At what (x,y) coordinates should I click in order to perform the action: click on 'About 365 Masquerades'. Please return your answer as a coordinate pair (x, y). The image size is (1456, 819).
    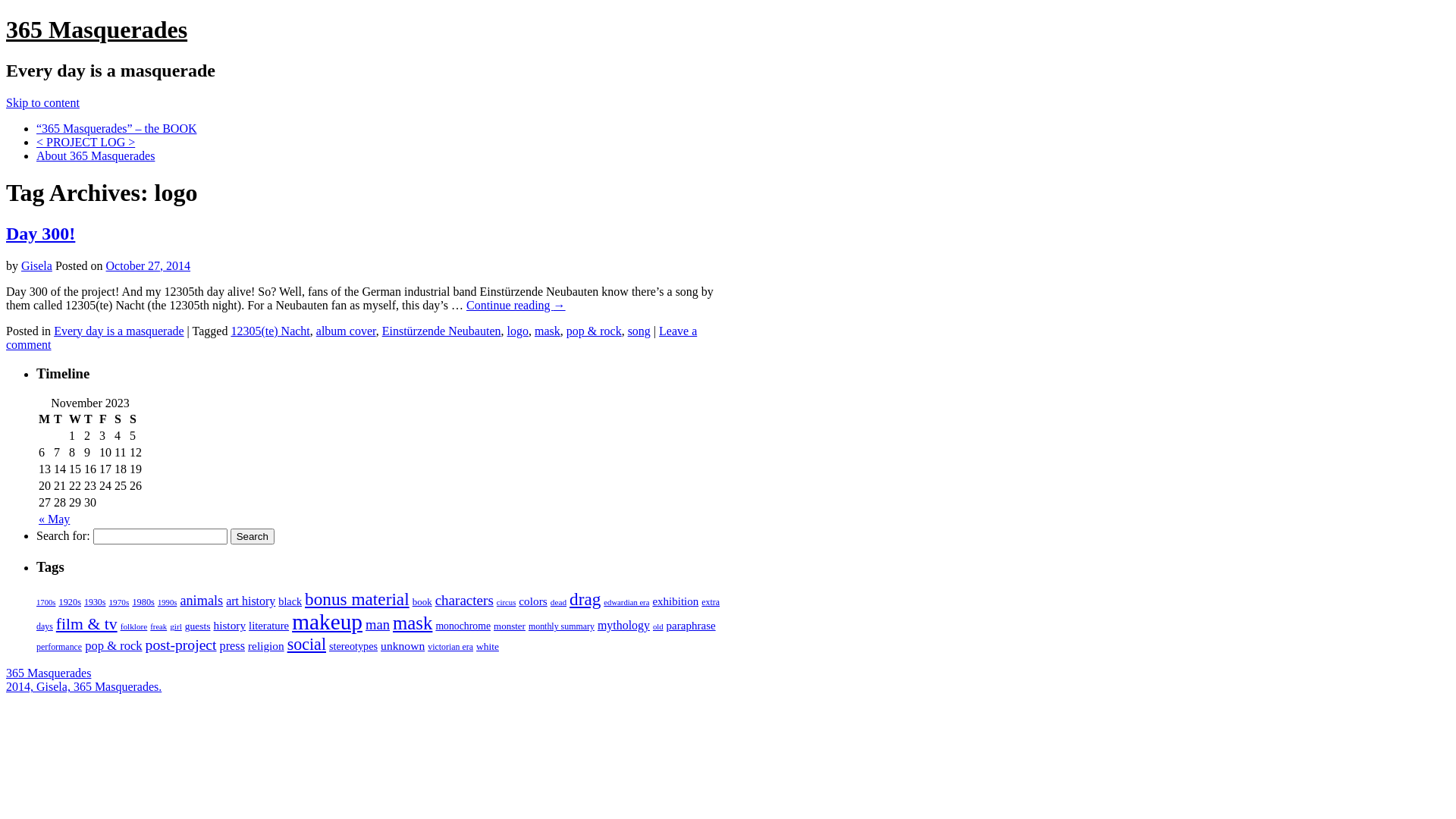
    Looking at the image, I should click on (94, 155).